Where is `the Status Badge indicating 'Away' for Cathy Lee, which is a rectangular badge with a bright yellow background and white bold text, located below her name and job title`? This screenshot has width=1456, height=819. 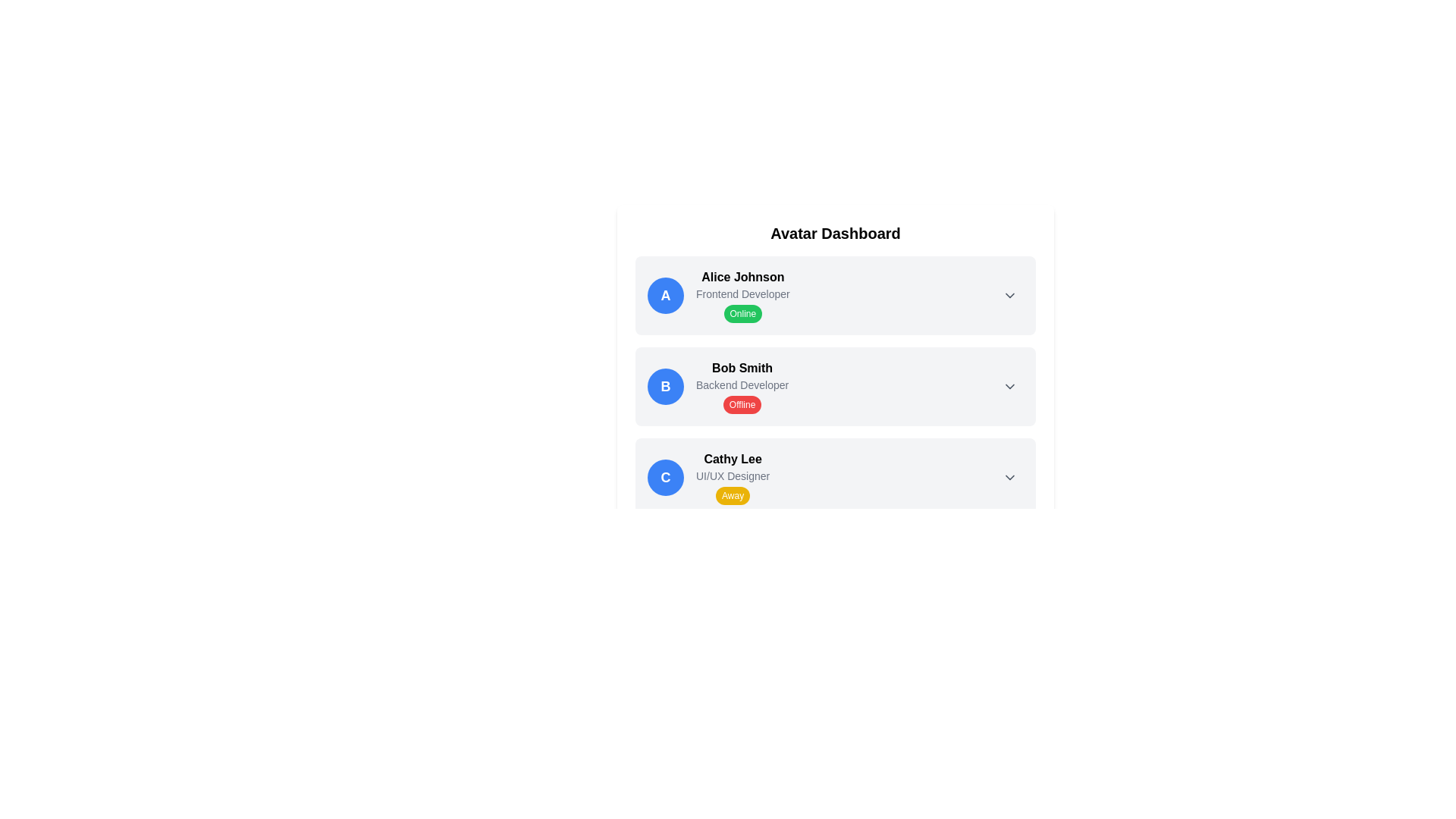 the Status Badge indicating 'Away' for Cathy Lee, which is a rectangular badge with a bright yellow background and white bold text, located below her name and job title is located at coordinates (733, 496).